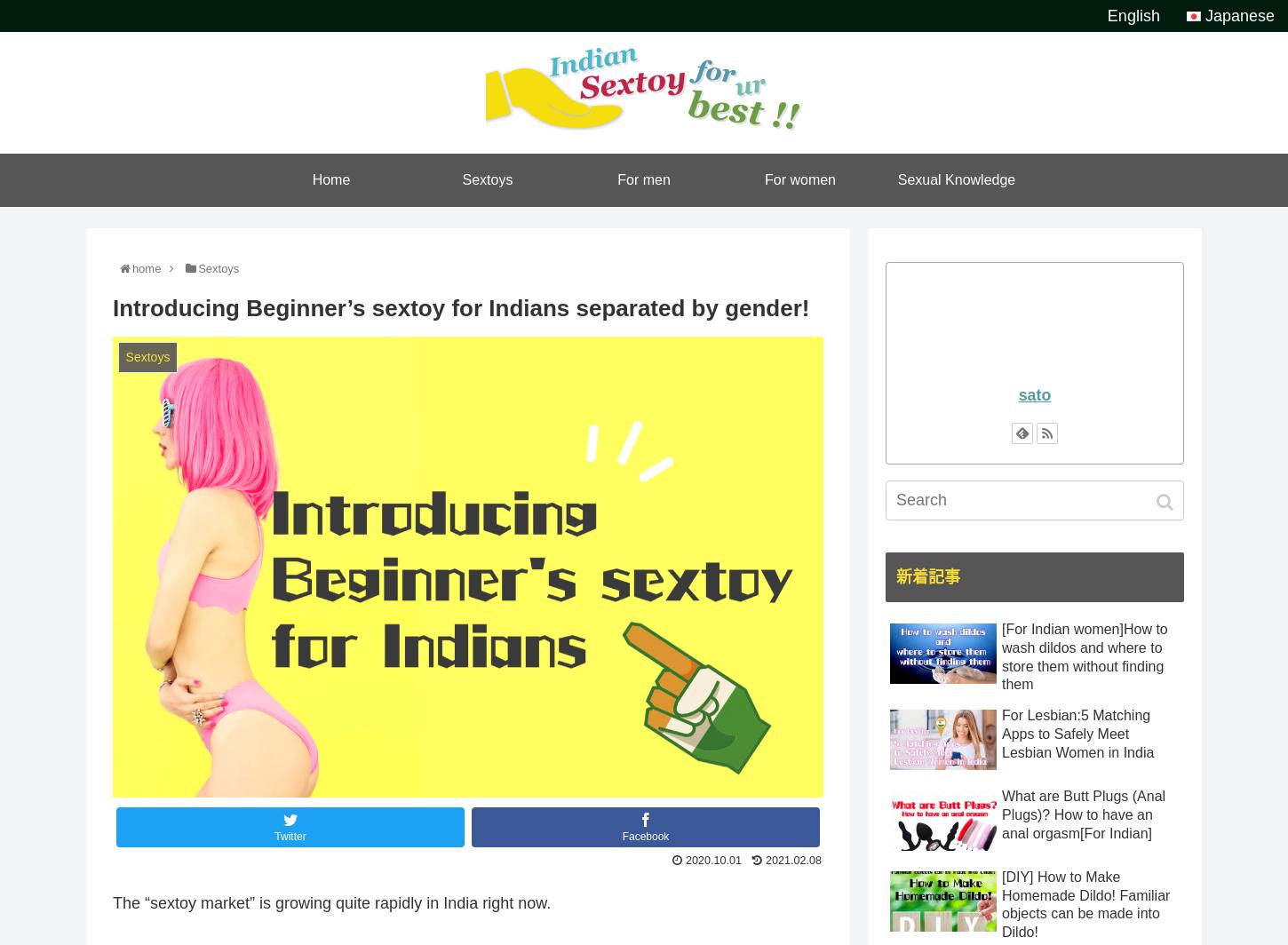 This screenshot has height=945, width=1288. I want to click on 'Facebook', so click(645, 836).